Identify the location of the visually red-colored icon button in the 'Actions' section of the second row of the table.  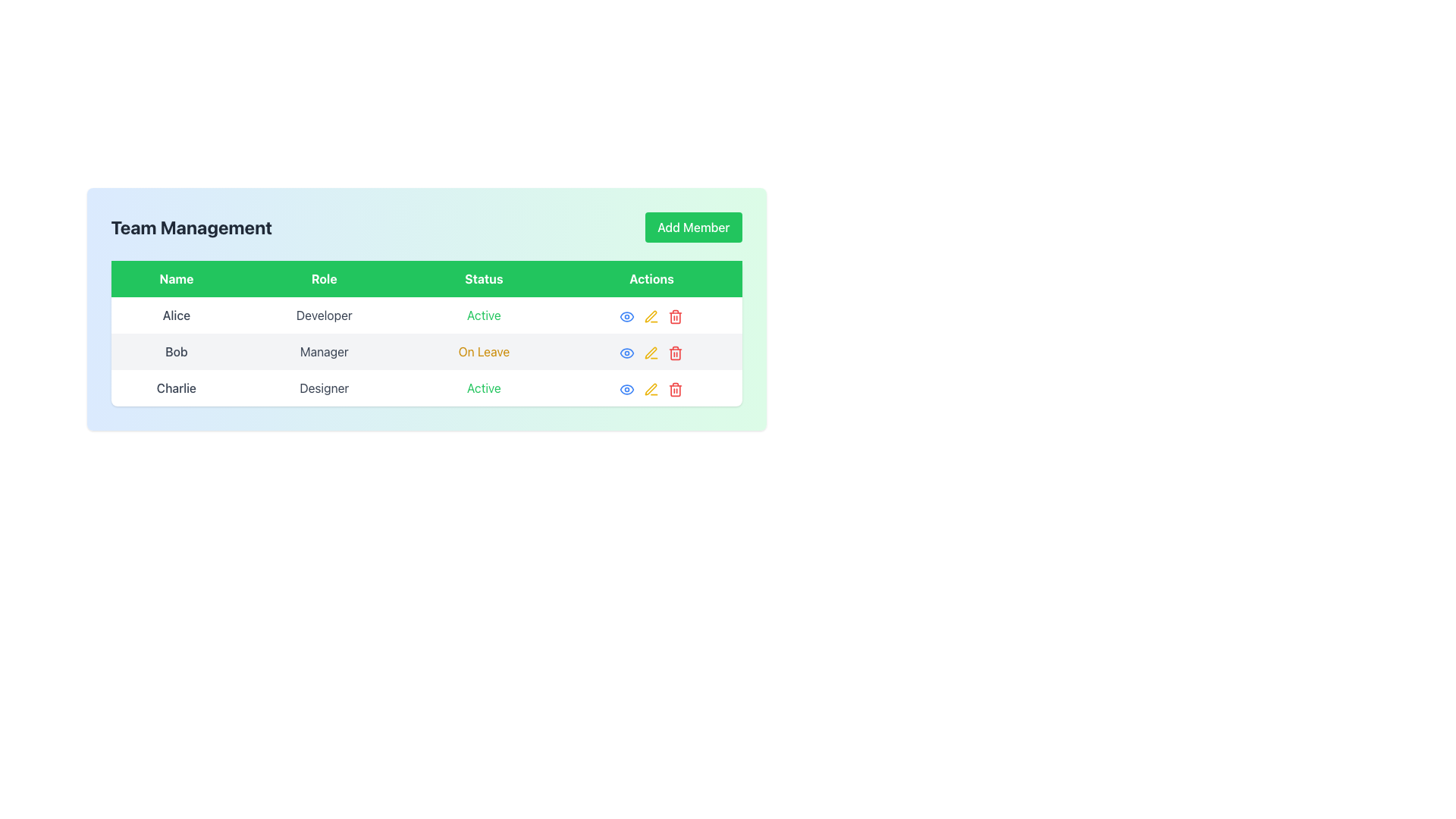
(675, 315).